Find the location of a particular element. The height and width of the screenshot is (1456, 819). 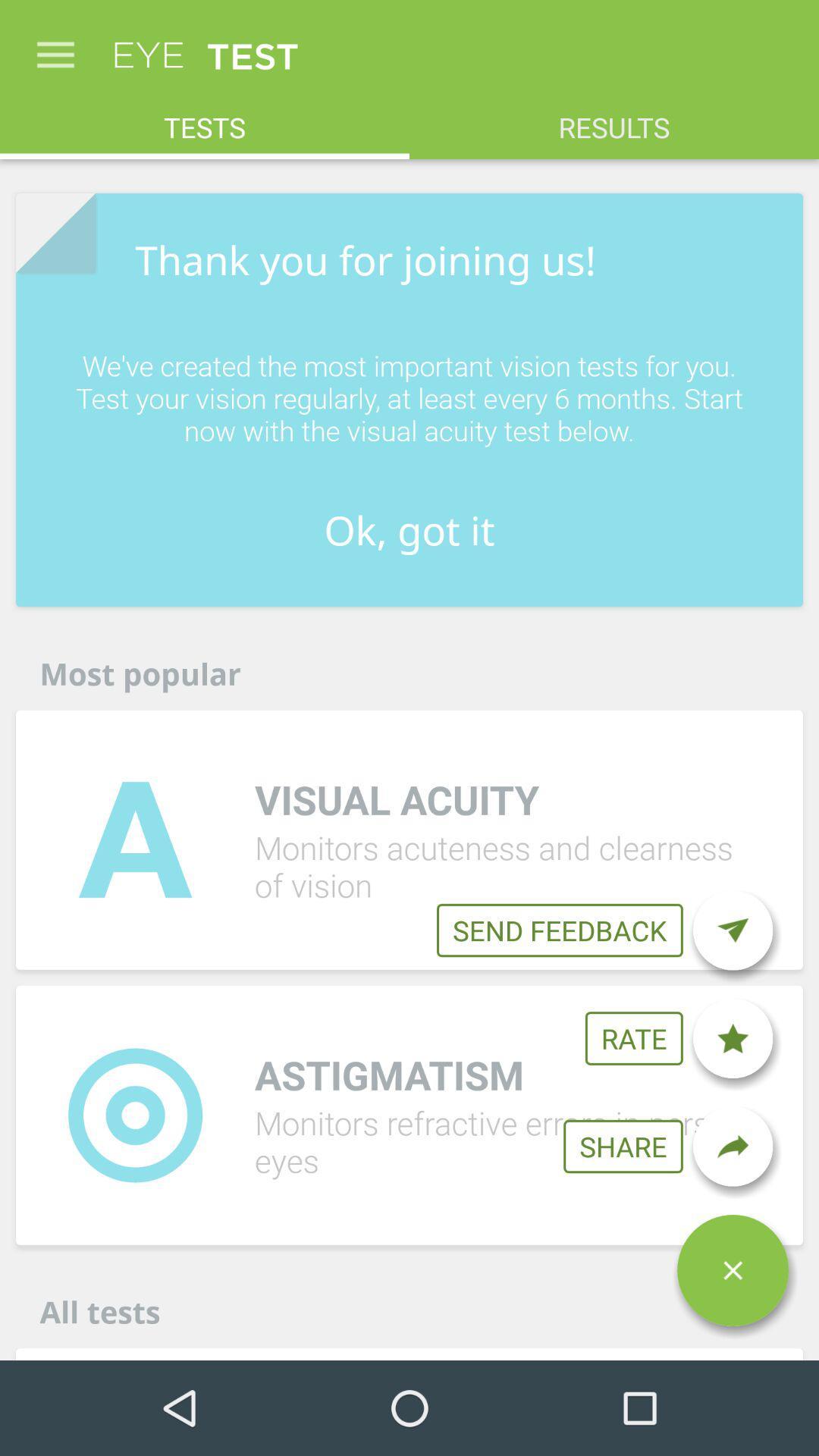

icon below the we ve created item is located at coordinates (732, 930).